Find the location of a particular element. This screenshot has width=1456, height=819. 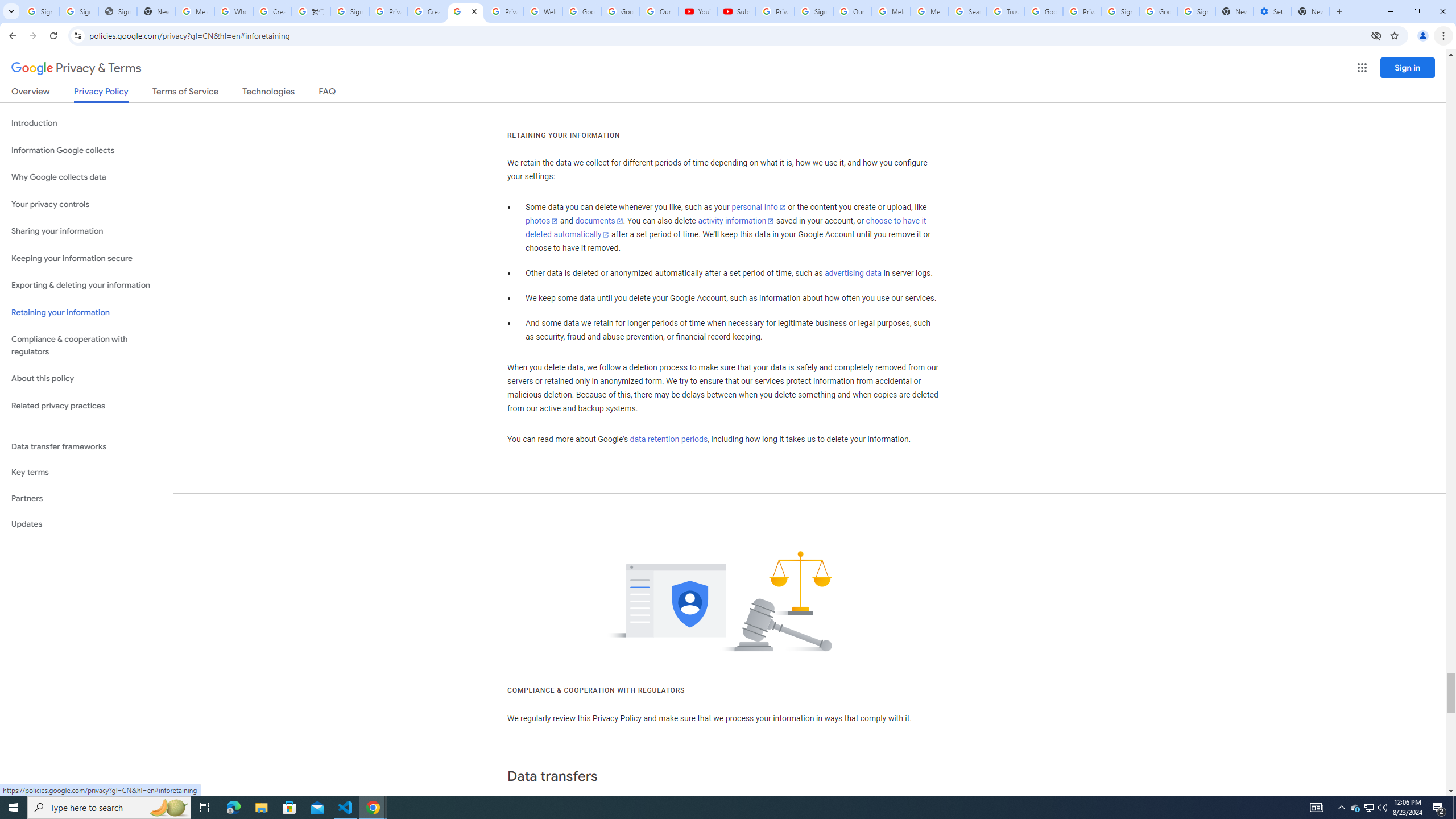

'Google Ads - Sign in' is located at coordinates (1043, 11).